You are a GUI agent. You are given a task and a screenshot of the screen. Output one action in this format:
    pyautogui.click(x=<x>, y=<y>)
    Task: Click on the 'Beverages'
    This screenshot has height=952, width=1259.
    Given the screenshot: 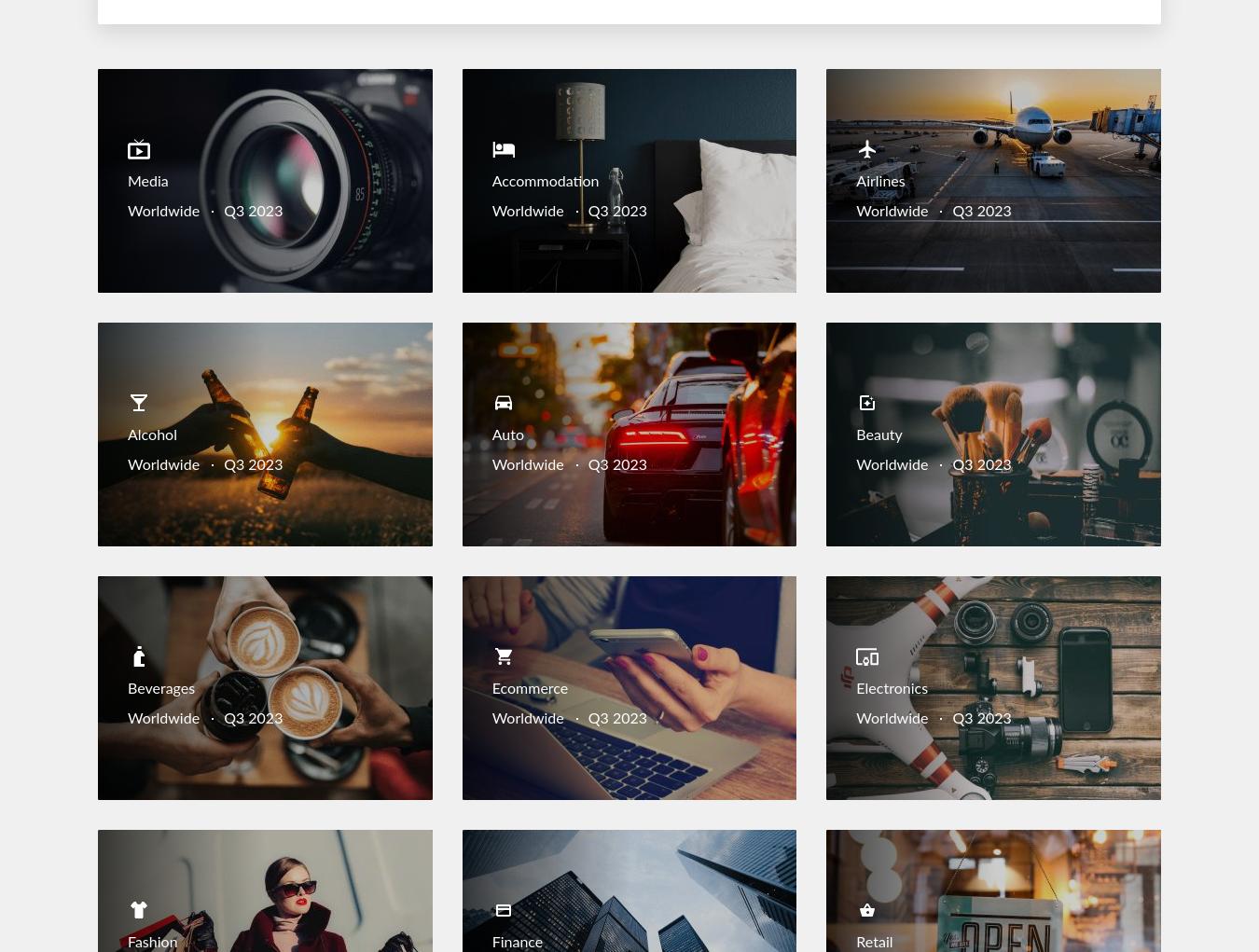 What is the action you would take?
    pyautogui.click(x=160, y=687)
    